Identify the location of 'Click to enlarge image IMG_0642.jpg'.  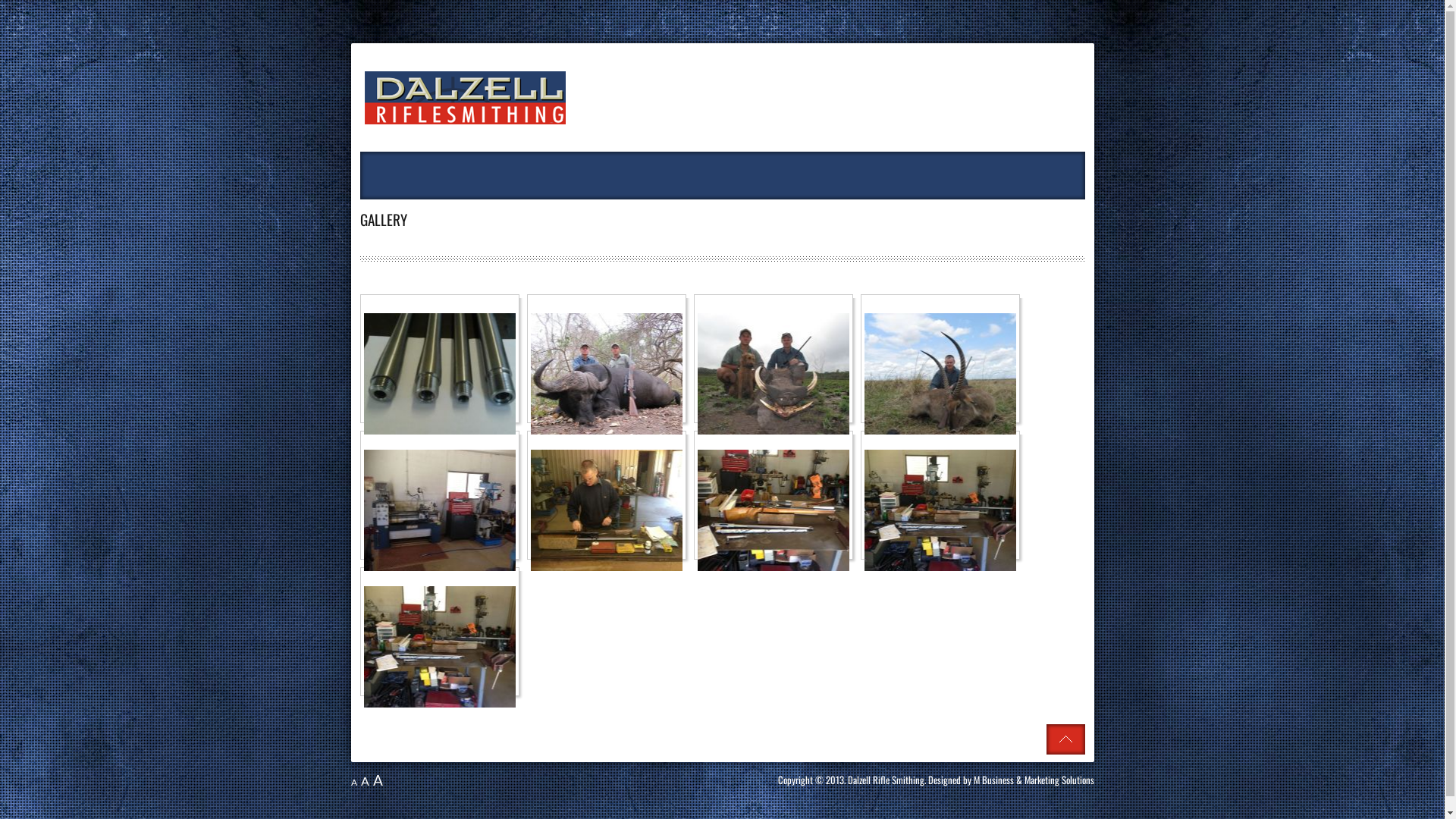
(607, 374).